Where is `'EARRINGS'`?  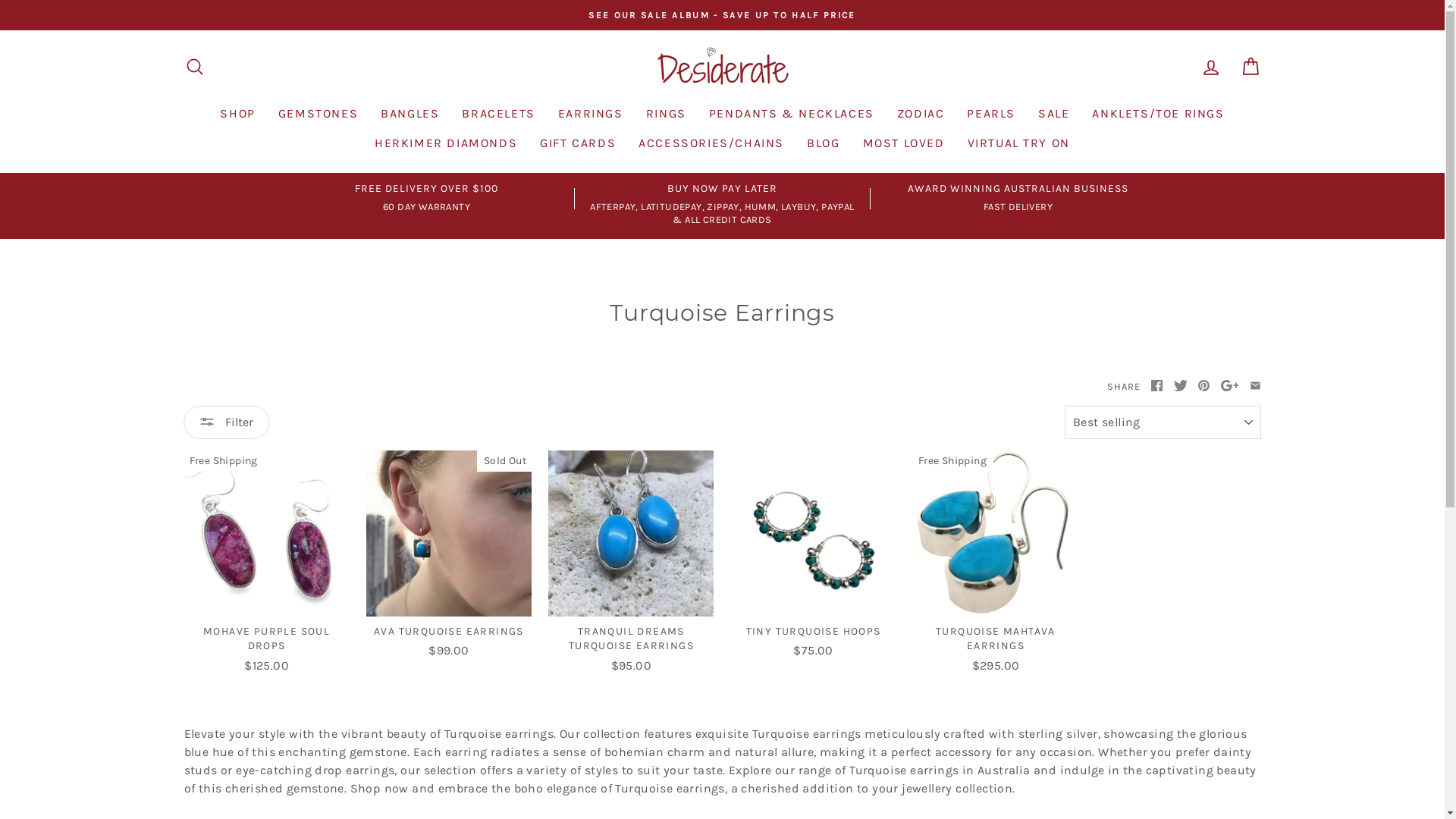
'EARRINGS' is located at coordinates (589, 112).